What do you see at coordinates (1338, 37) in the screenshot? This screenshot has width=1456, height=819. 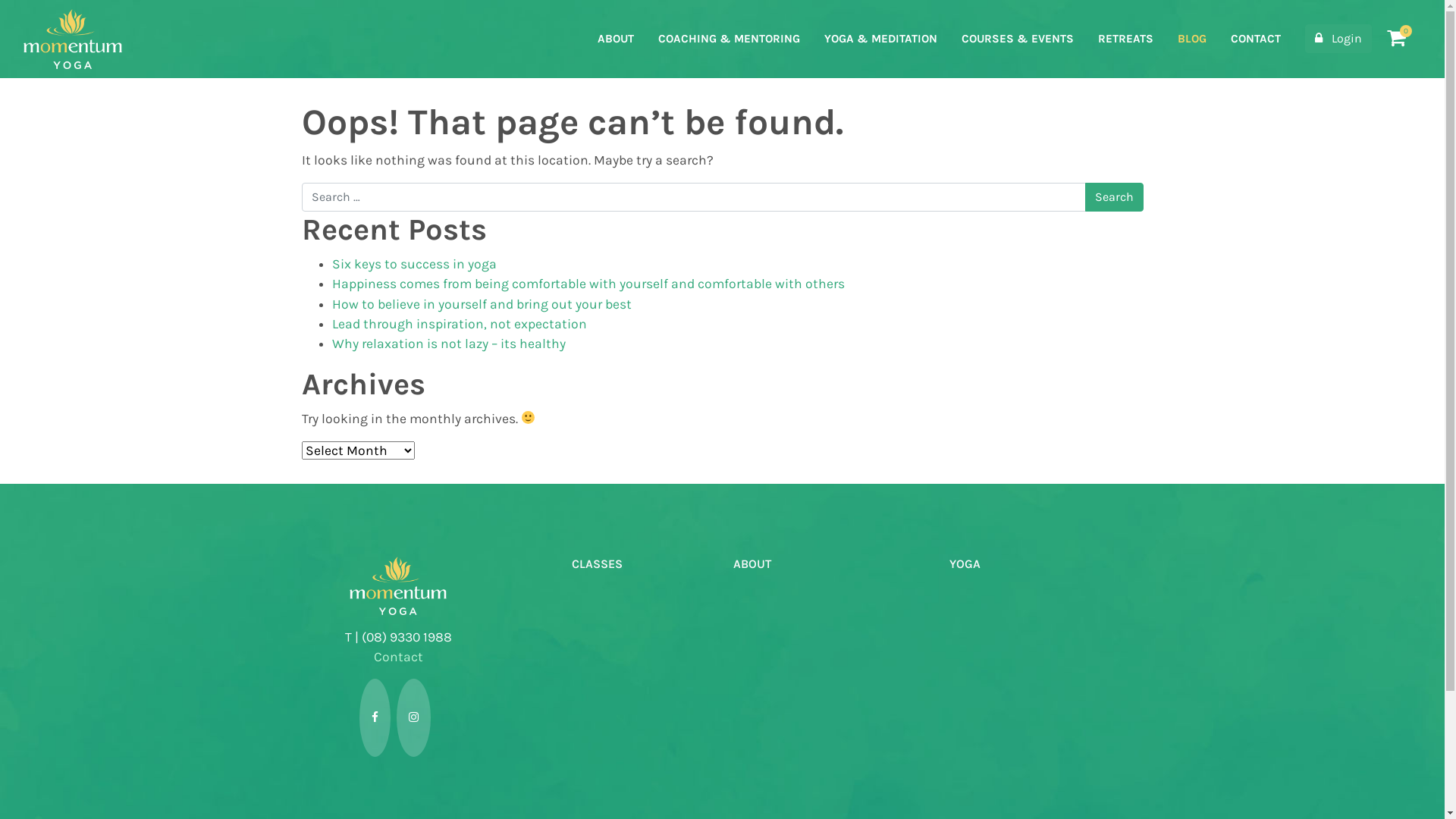 I see `'Login'` at bounding box center [1338, 37].